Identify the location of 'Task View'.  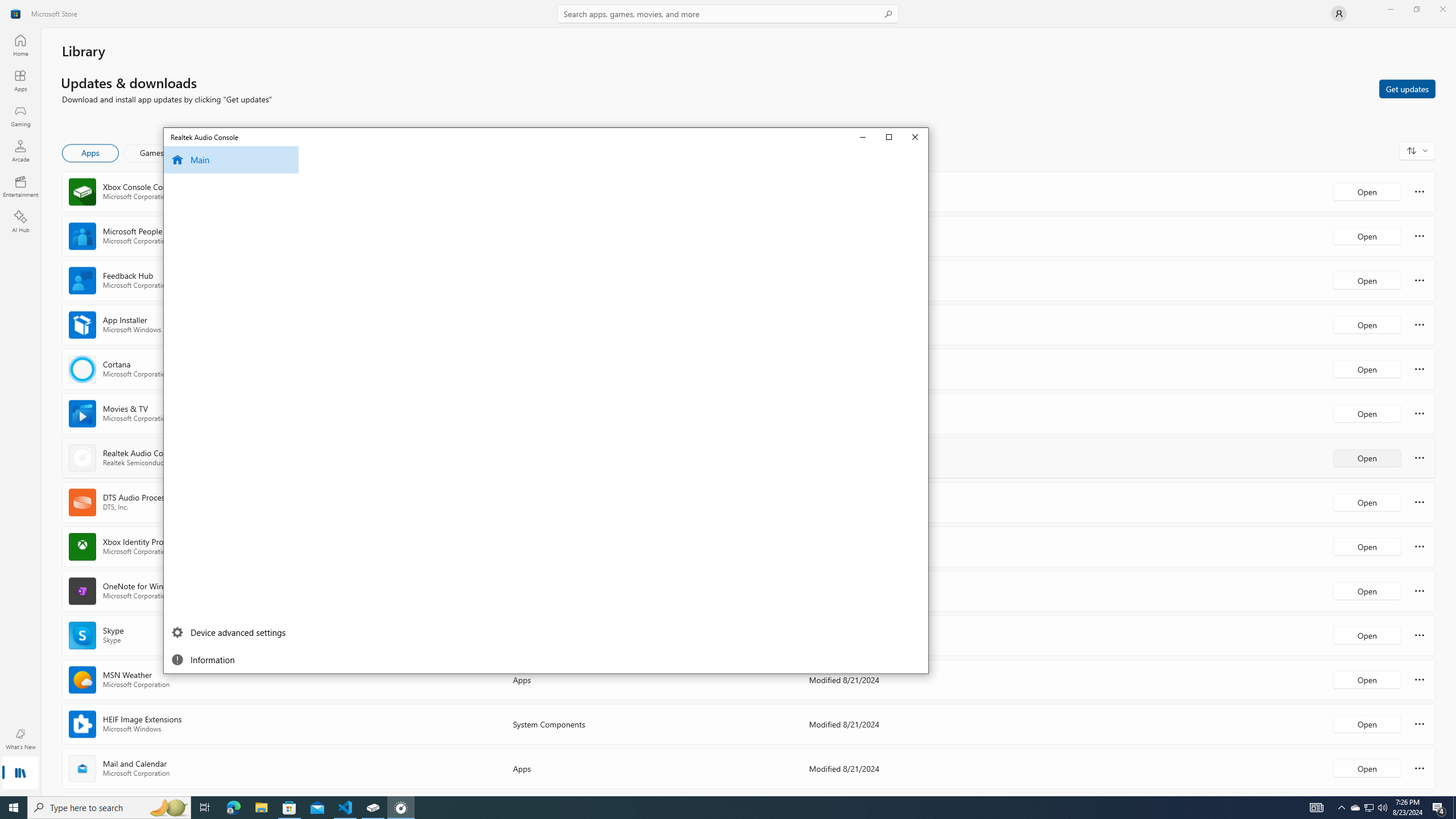
(204, 806).